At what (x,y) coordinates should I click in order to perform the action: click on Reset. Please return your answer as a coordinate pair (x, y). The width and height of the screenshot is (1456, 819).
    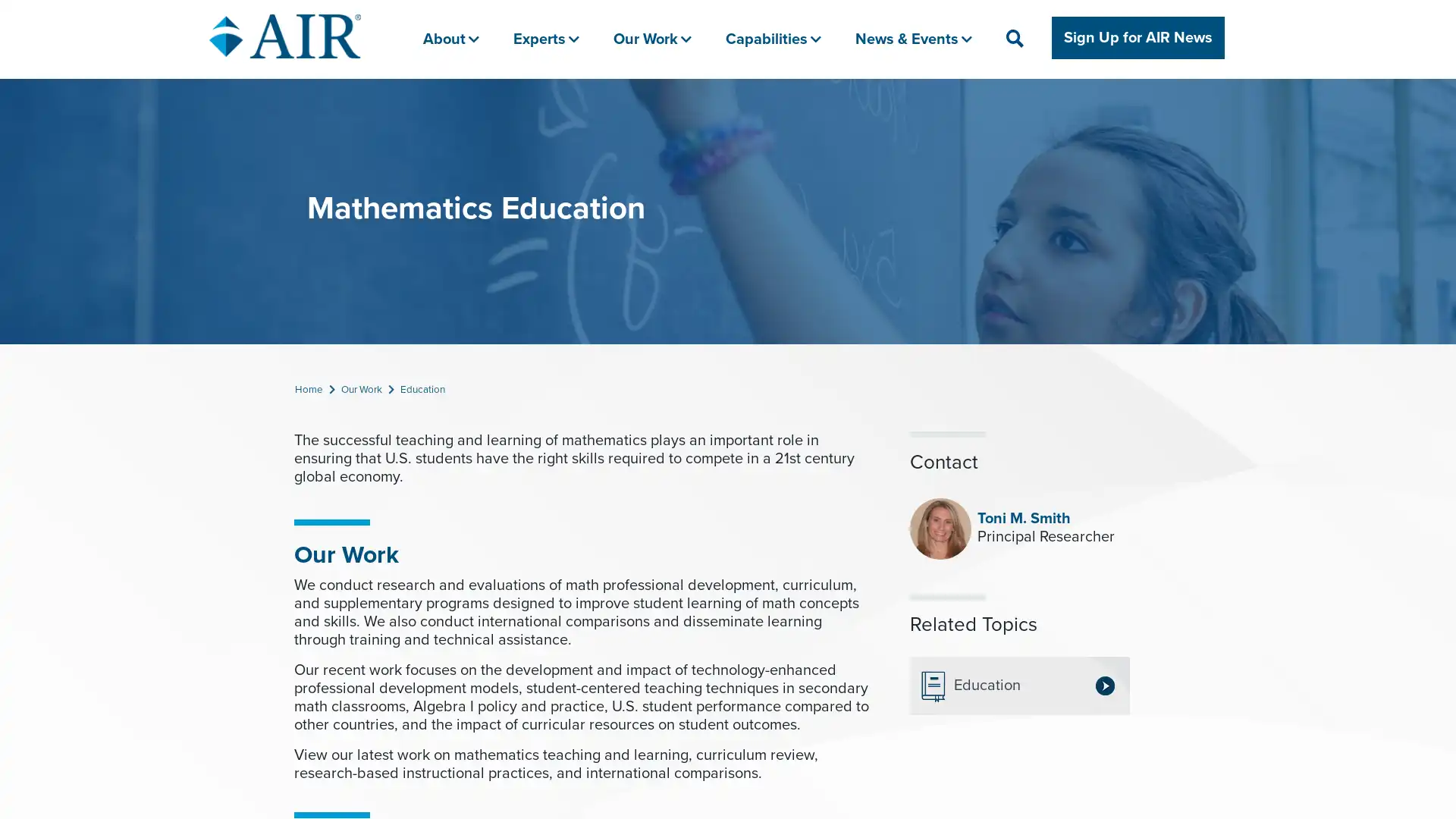
    Looking at the image, I should click on (1120, 104).